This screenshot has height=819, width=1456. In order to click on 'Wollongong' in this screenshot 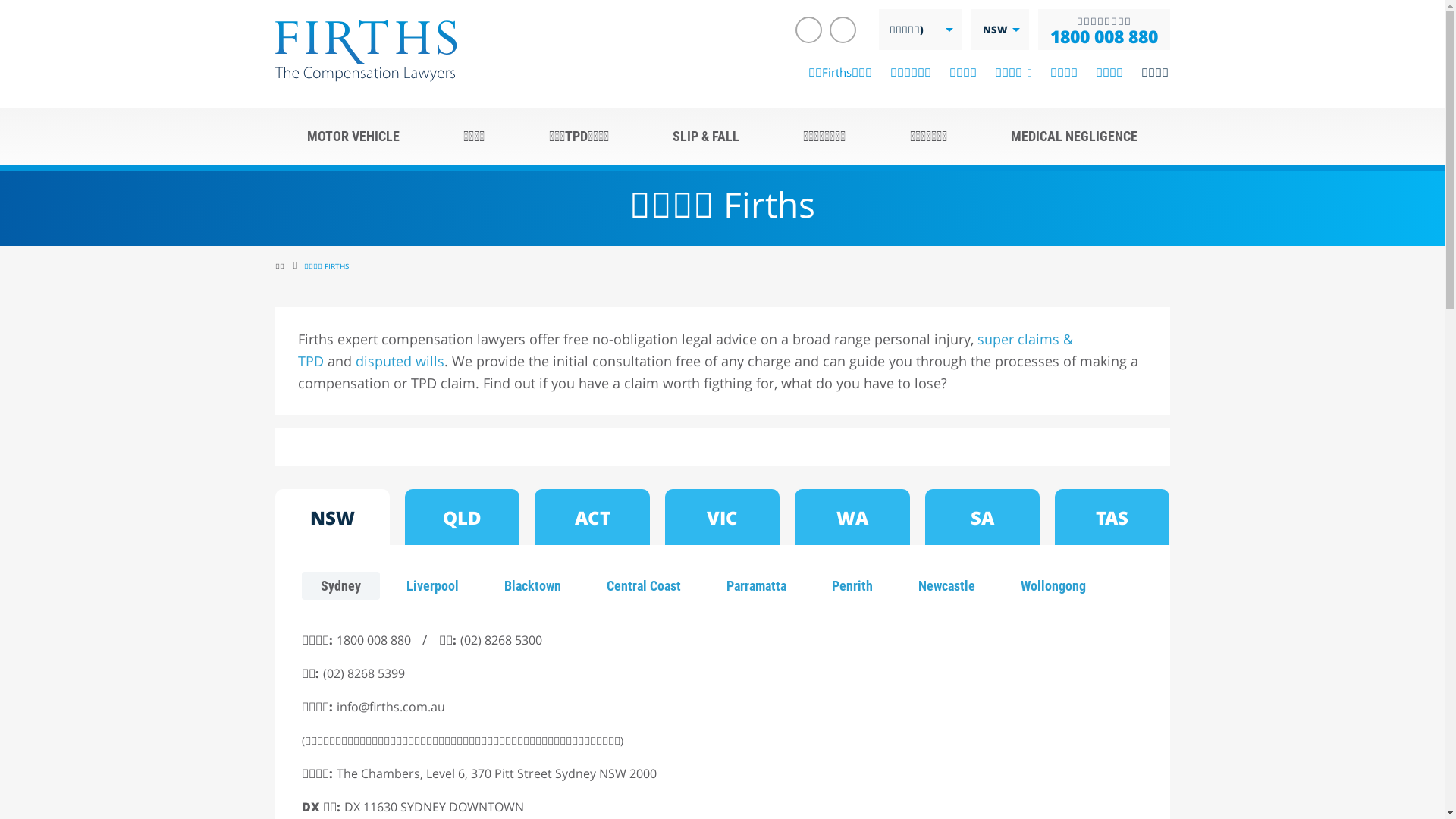, I will do `click(1051, 585)`.